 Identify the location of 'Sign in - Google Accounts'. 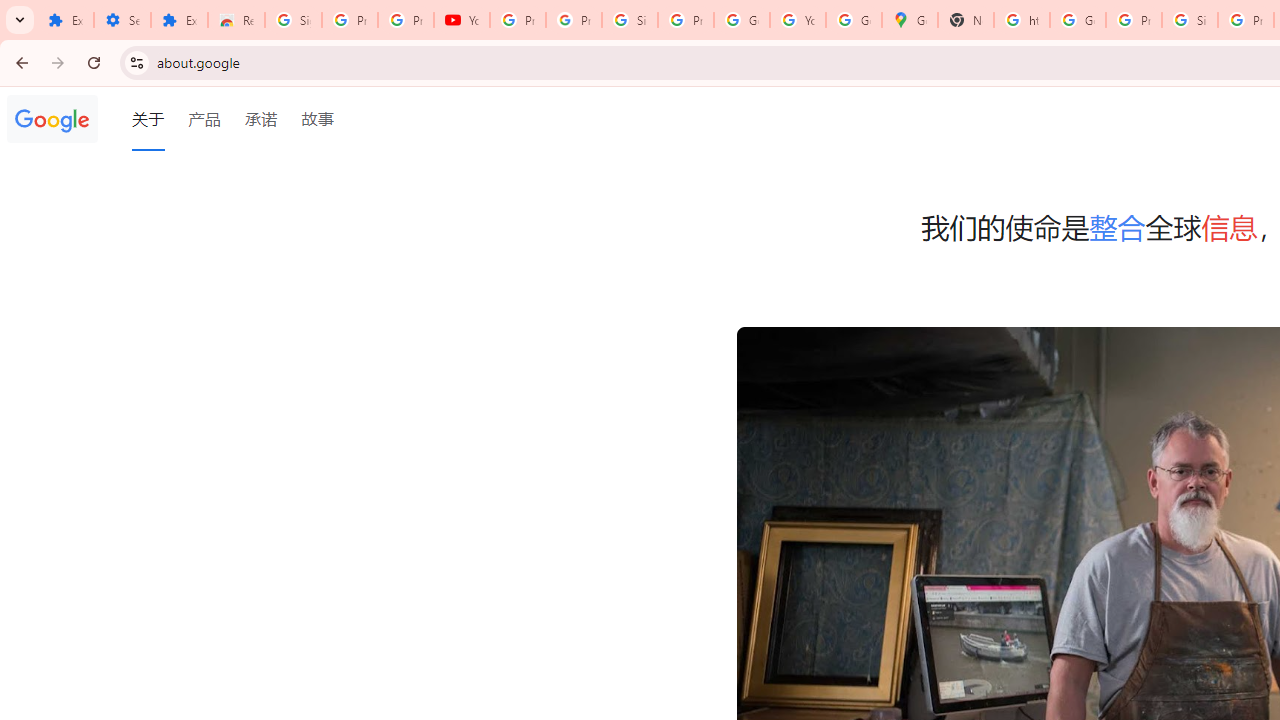
(1190, 20).